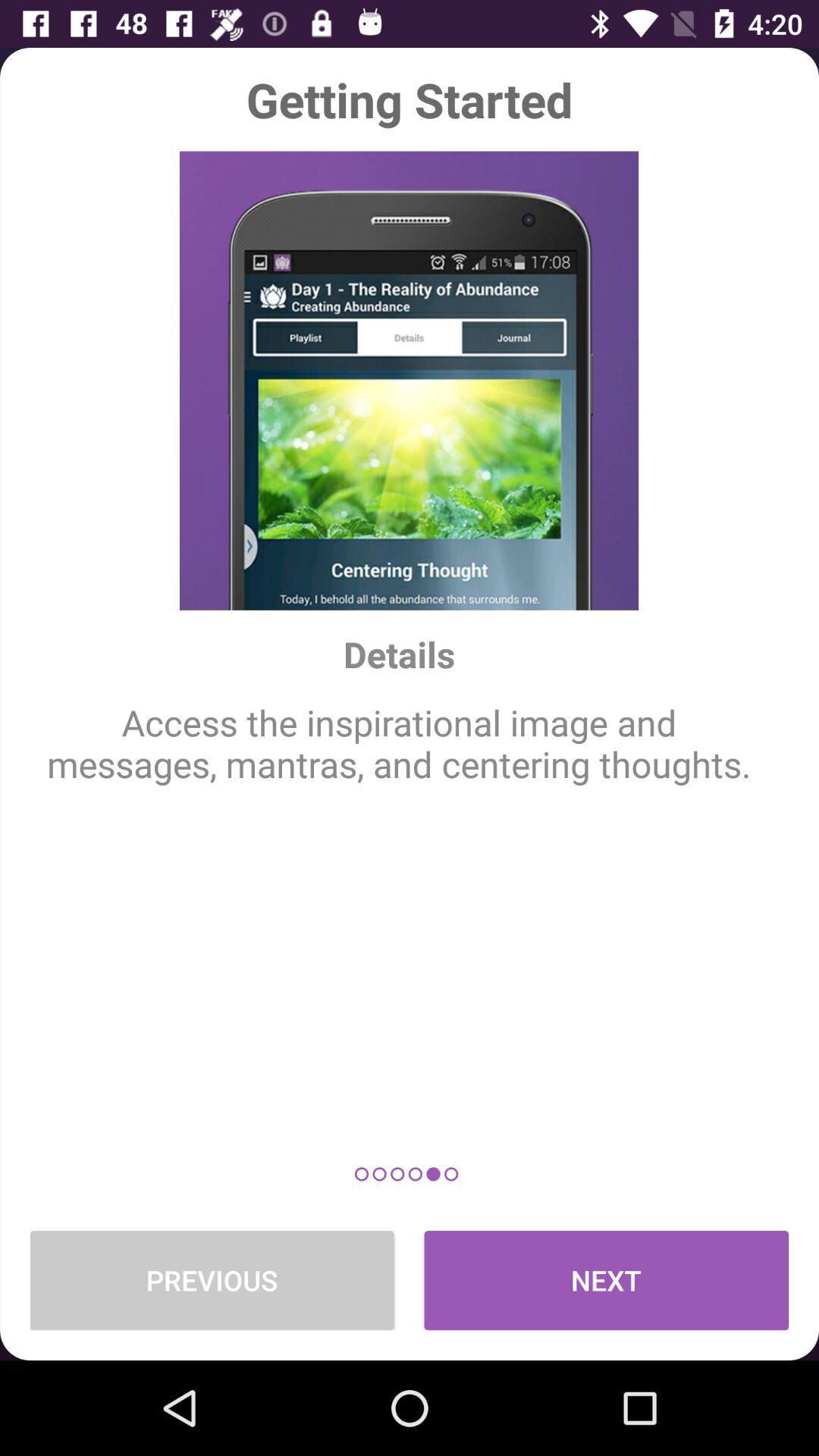  What do you see at coordinates (212, 1279) in the screenshot?
I see `the icon next to the next icon` at bounding box center [212, 1279].